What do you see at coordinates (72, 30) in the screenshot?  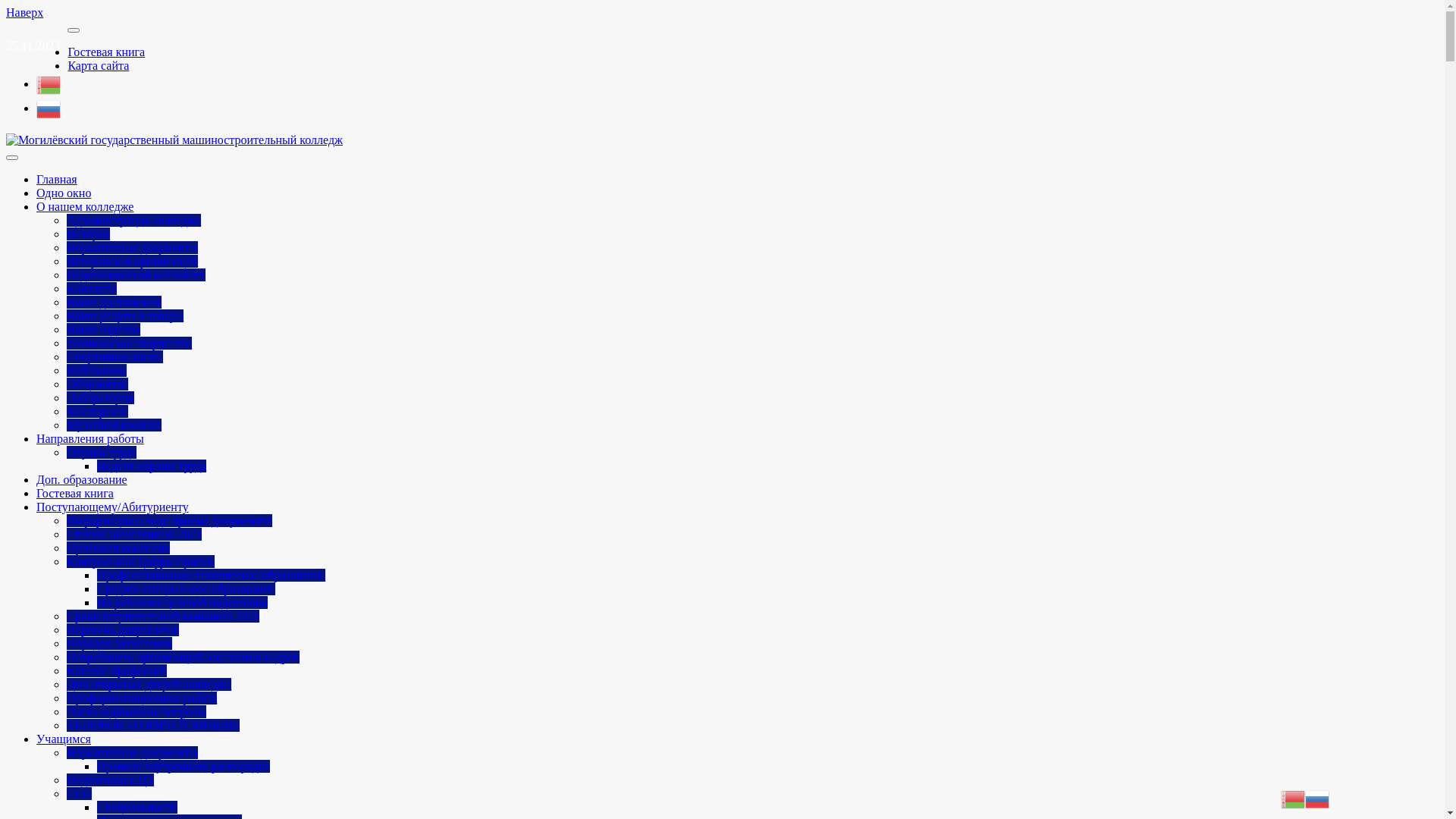 I see `'Toggle navigation'` at bounding box center [72, 30].